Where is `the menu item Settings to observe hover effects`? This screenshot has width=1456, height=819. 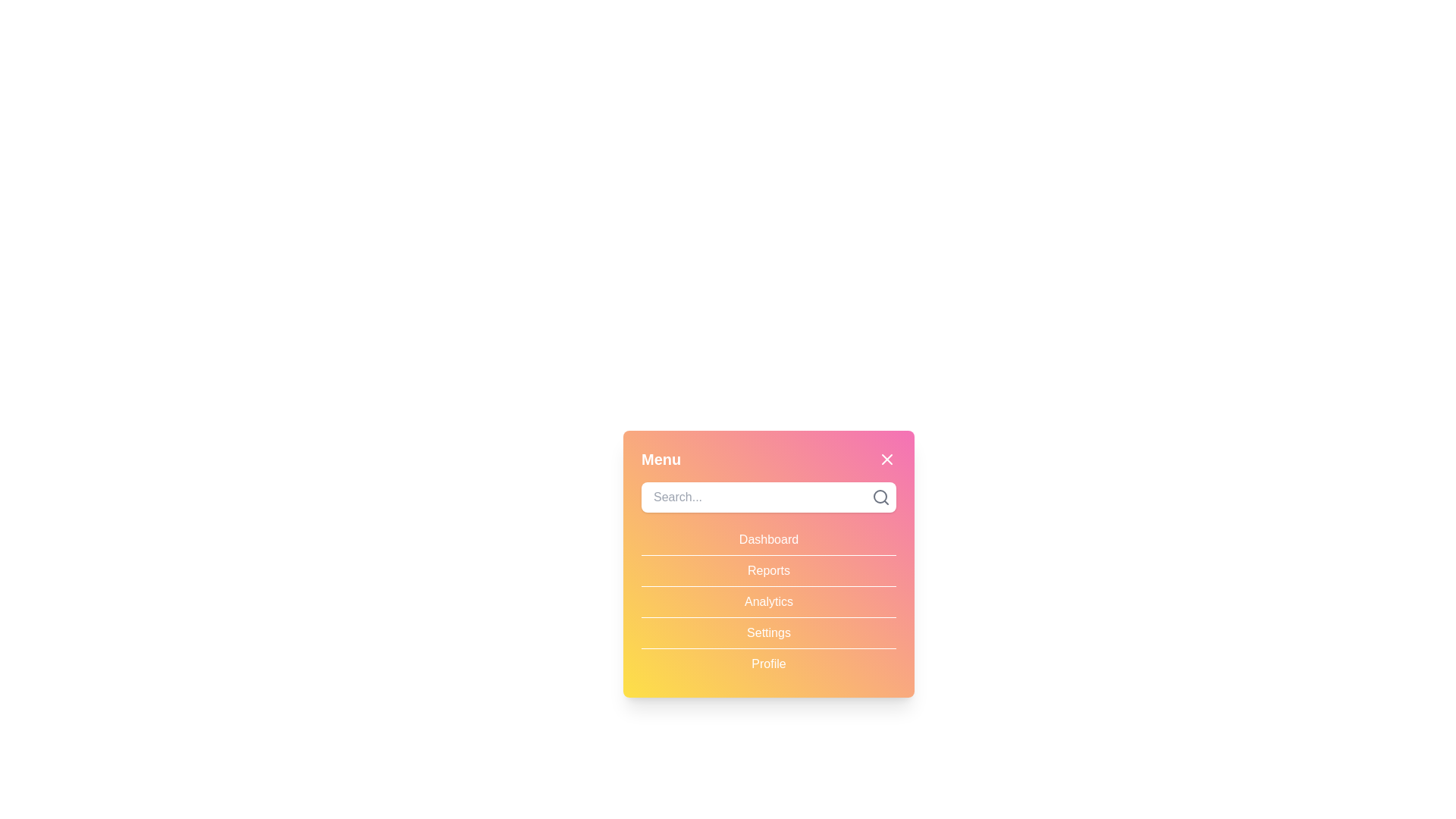
the menu item Settings to observe hover effects is located at coordinates (768, 632).